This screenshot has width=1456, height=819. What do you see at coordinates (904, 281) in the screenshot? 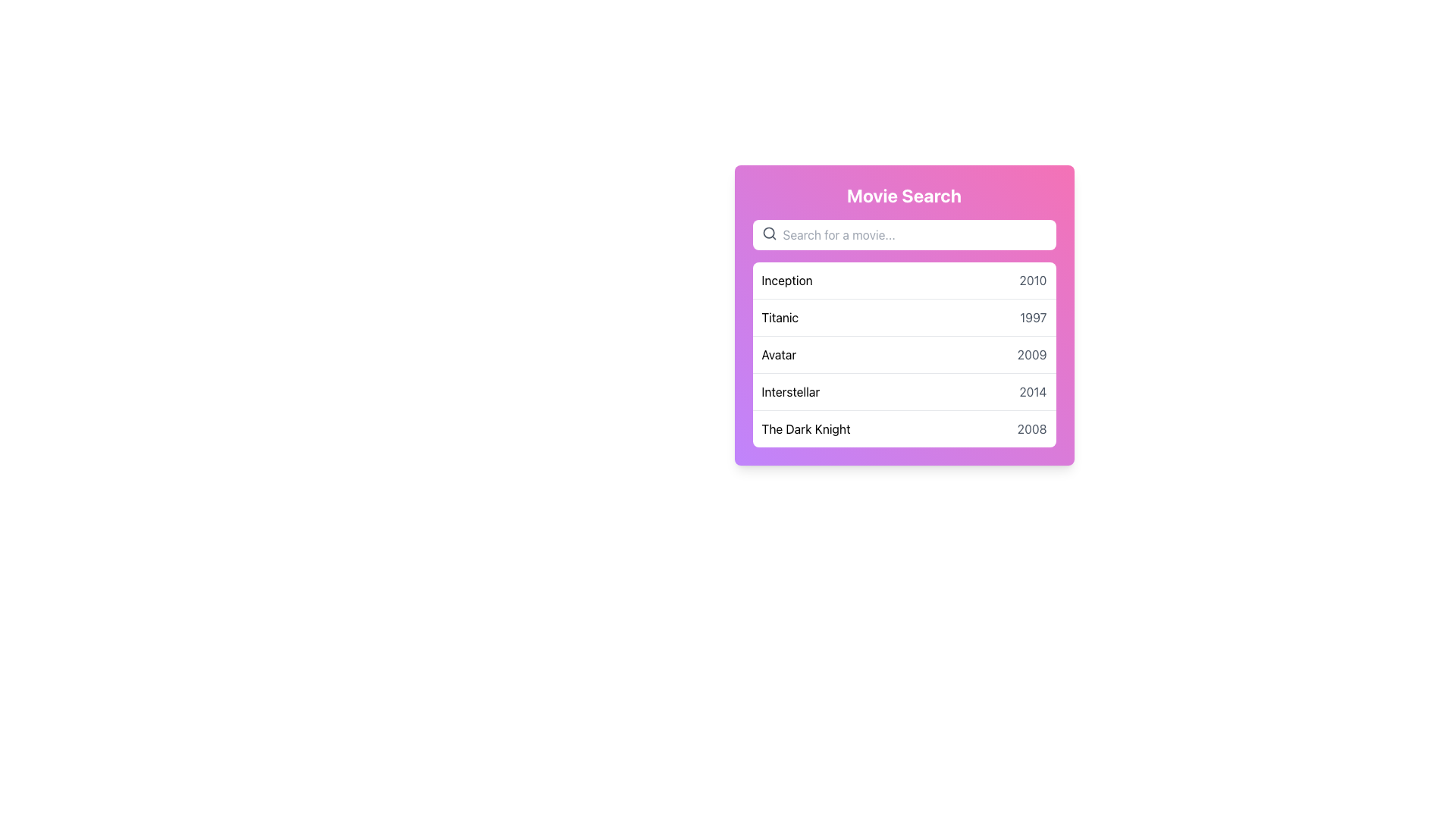
I see `the first selectable list item for the movie 'Inception' (2010)` at bounding box center [904, 281].